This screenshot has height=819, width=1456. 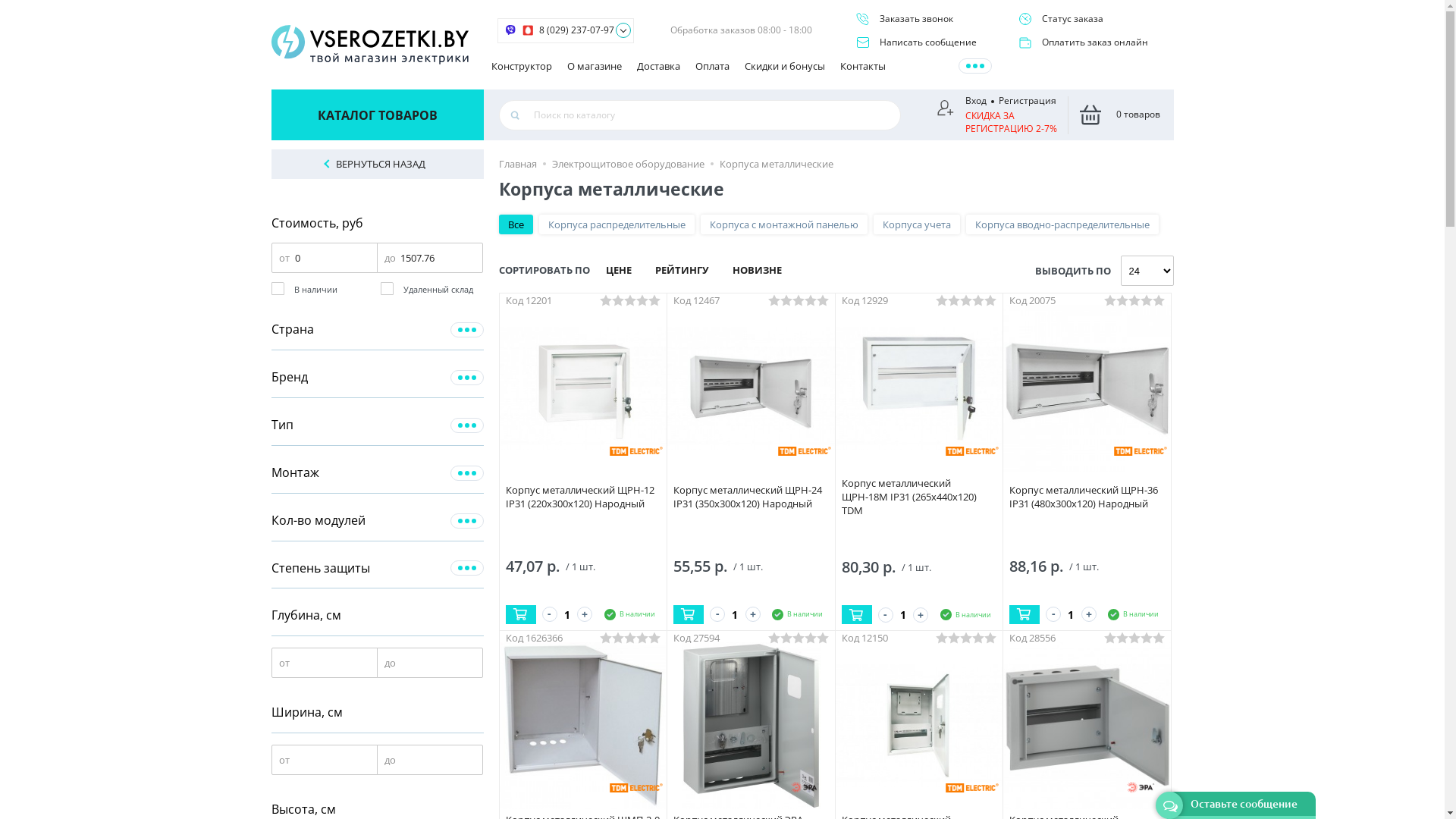 I want to click on '-', so click(x=885, y=614).